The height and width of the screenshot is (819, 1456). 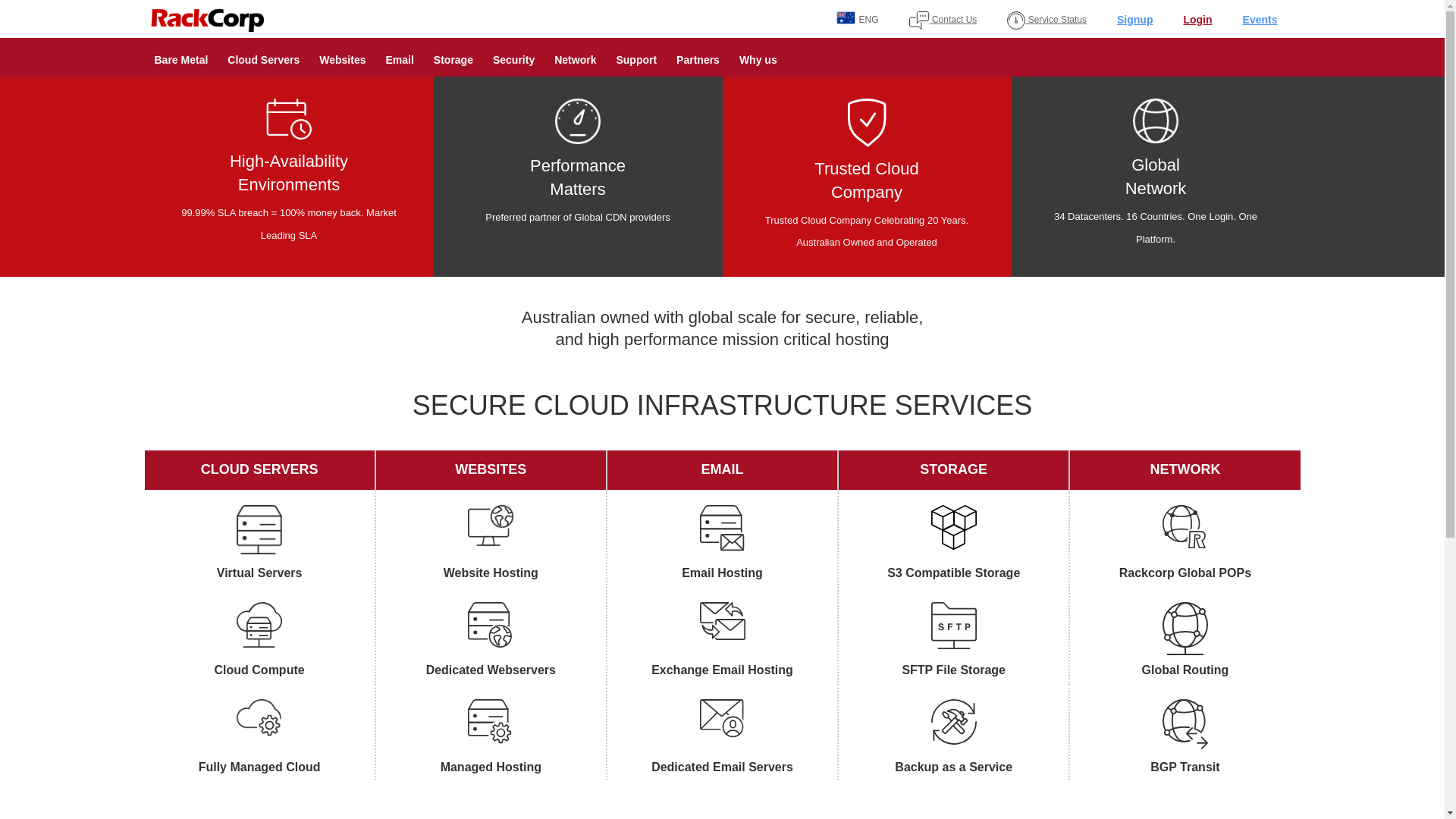 What do you see at coordinates (1242, 20) in the screenshot?
I see `'Events'` at bounding box center [1242, 20].